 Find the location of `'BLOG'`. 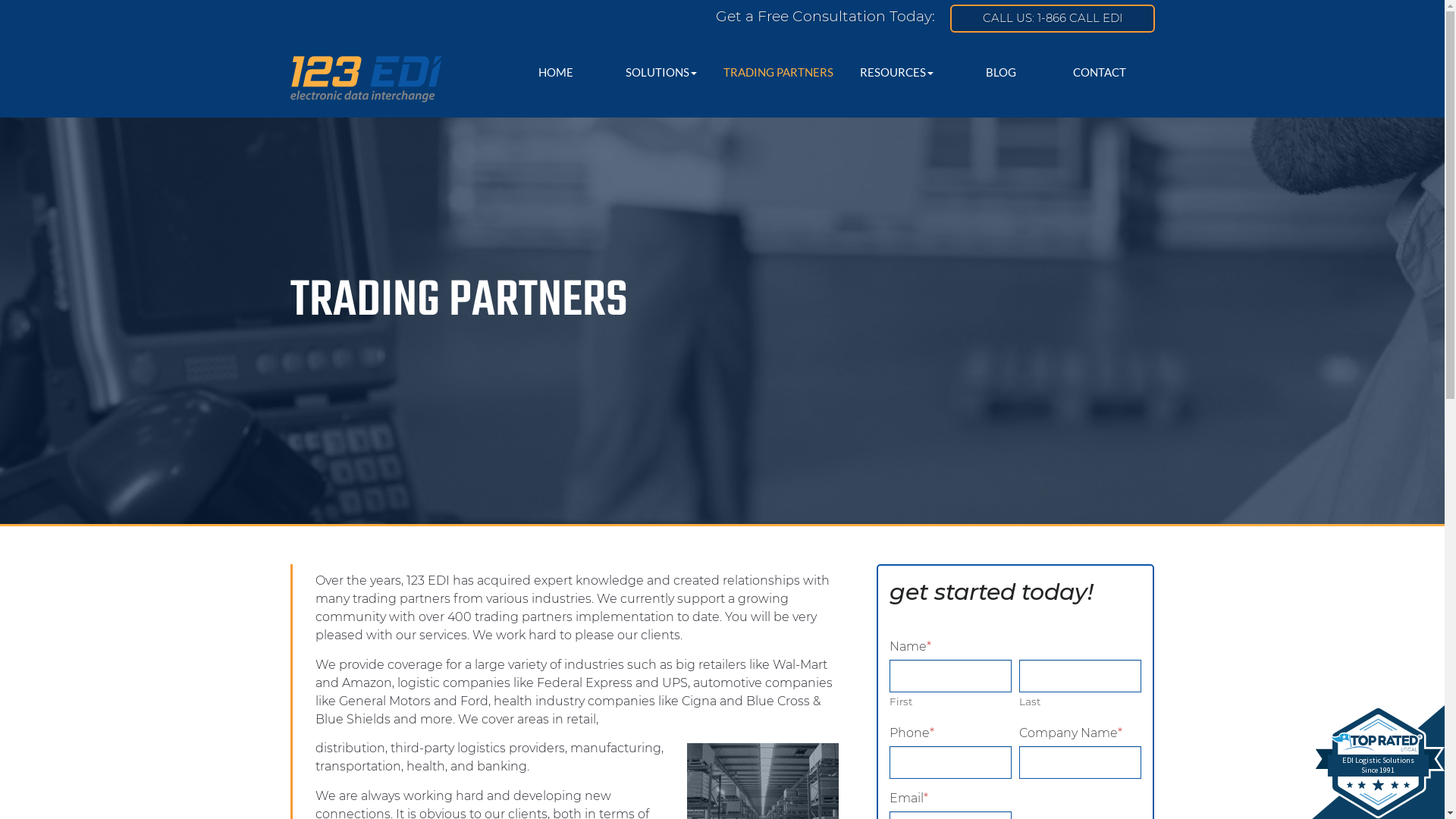

'BLOG' is located at coordinates (1001, 72).